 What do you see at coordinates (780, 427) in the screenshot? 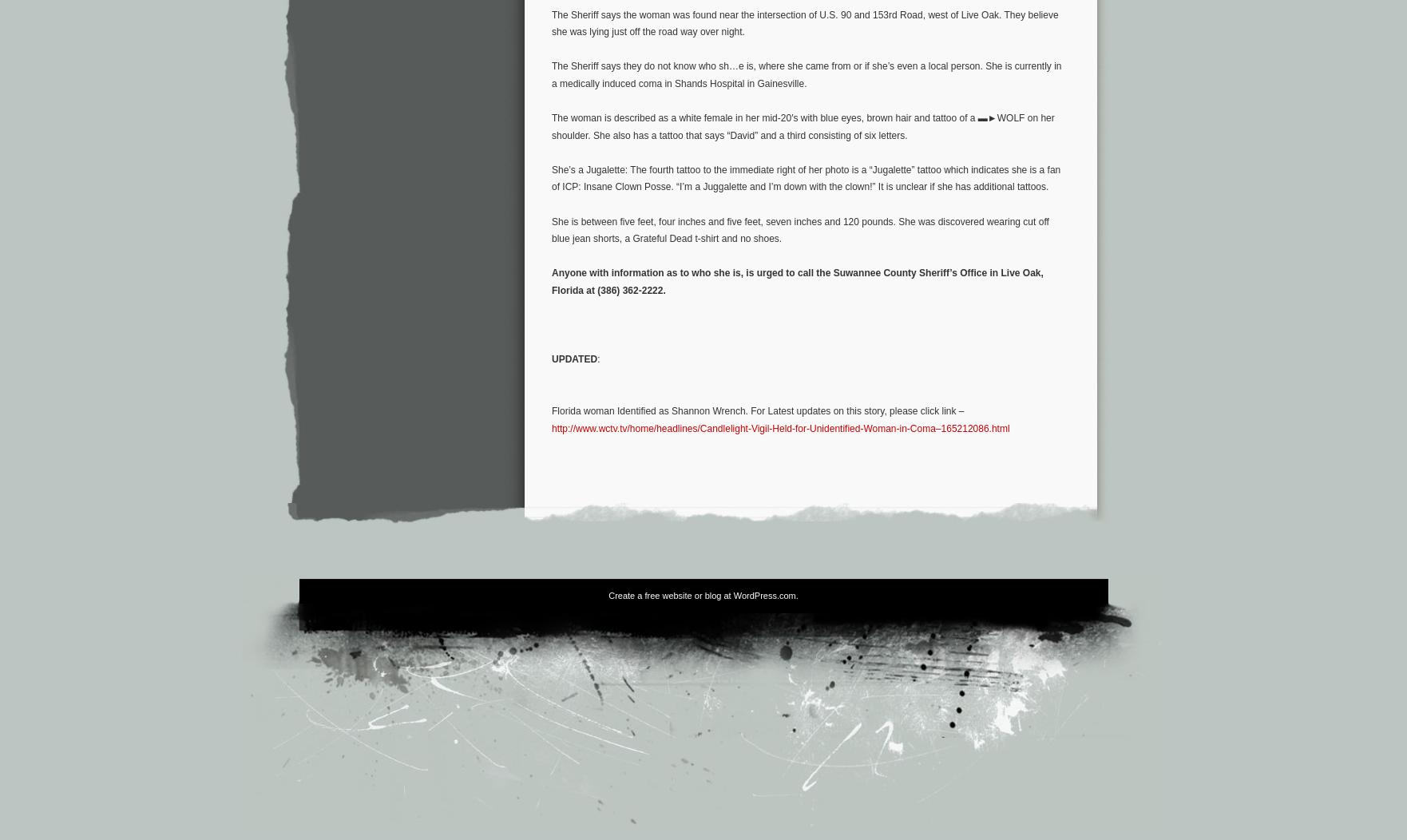
I see `'http://www.wctv.tv/home/headlines/Candlelight-Vigil-Held-for-Unidentified-Woman-in-Coma–165212086.html'` at bounding box center [780, 427].